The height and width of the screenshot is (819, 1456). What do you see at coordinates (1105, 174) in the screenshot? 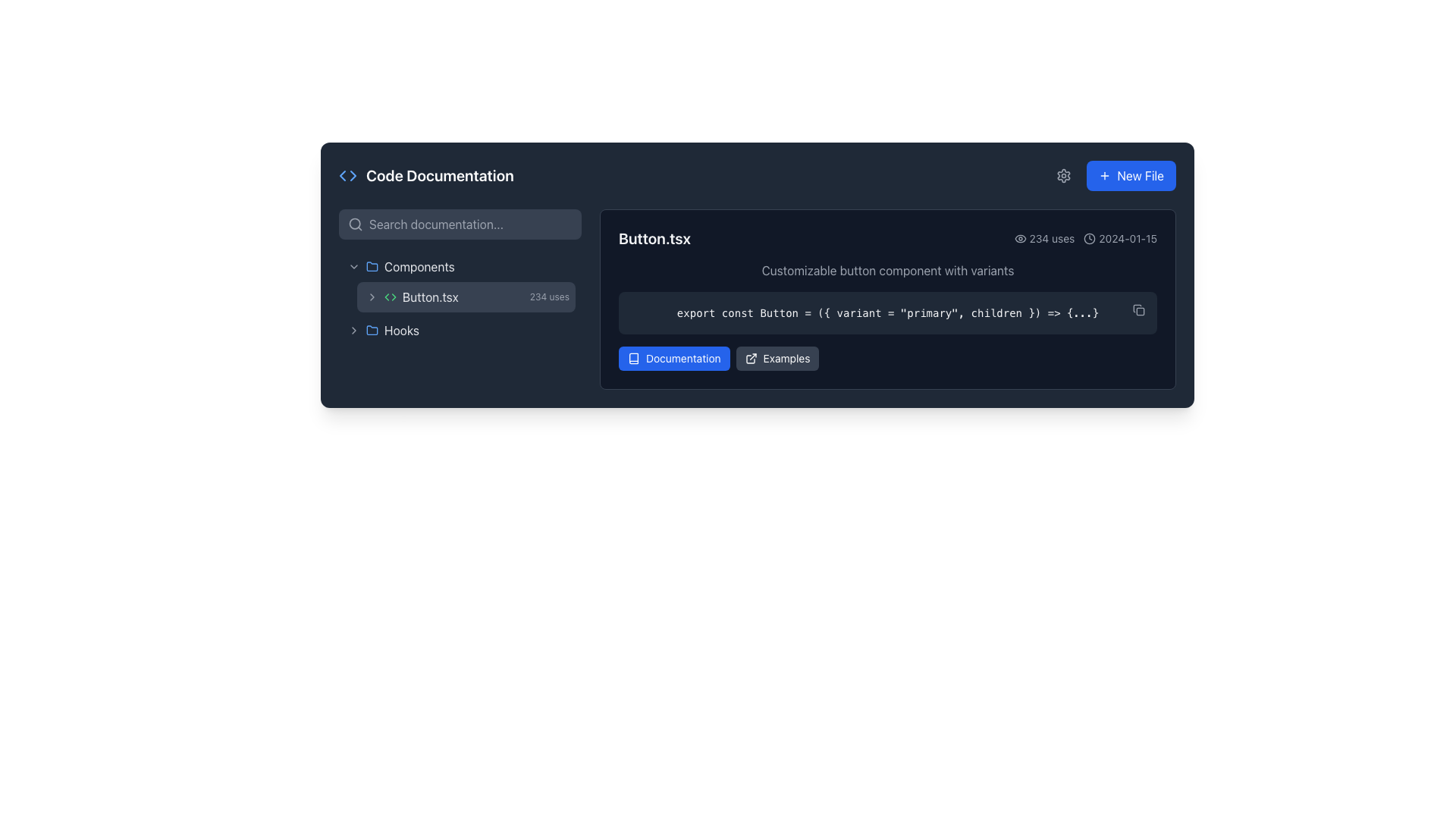
I see `the '+' icon located within the 'New File' button in the top-right corner` at bounding box center [1105, 174].